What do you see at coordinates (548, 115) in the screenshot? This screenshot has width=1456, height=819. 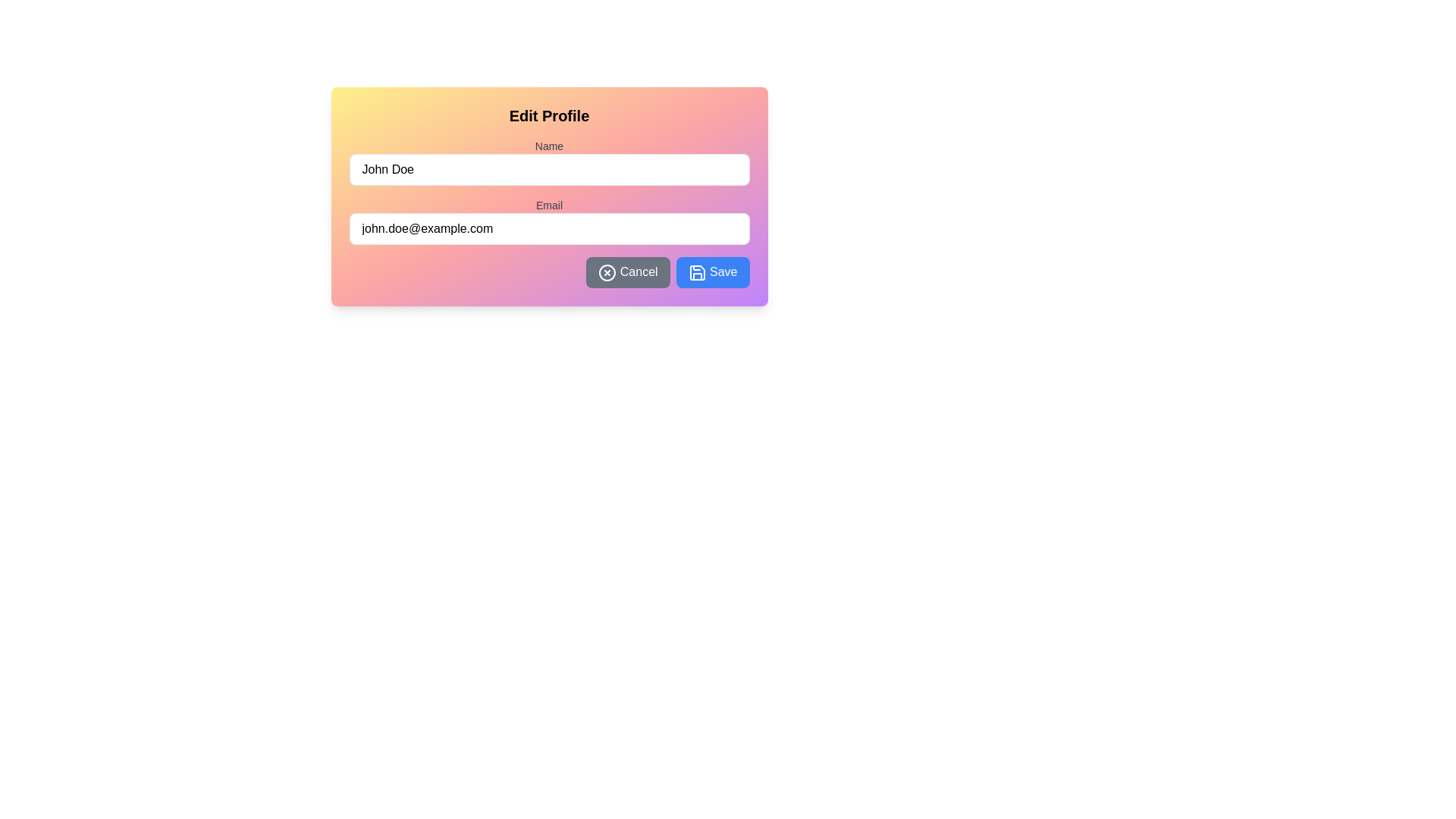 I see `the title text element located at the top of the profile edit card, which indicates the purpose of the section` at bounding box center [548, 115].